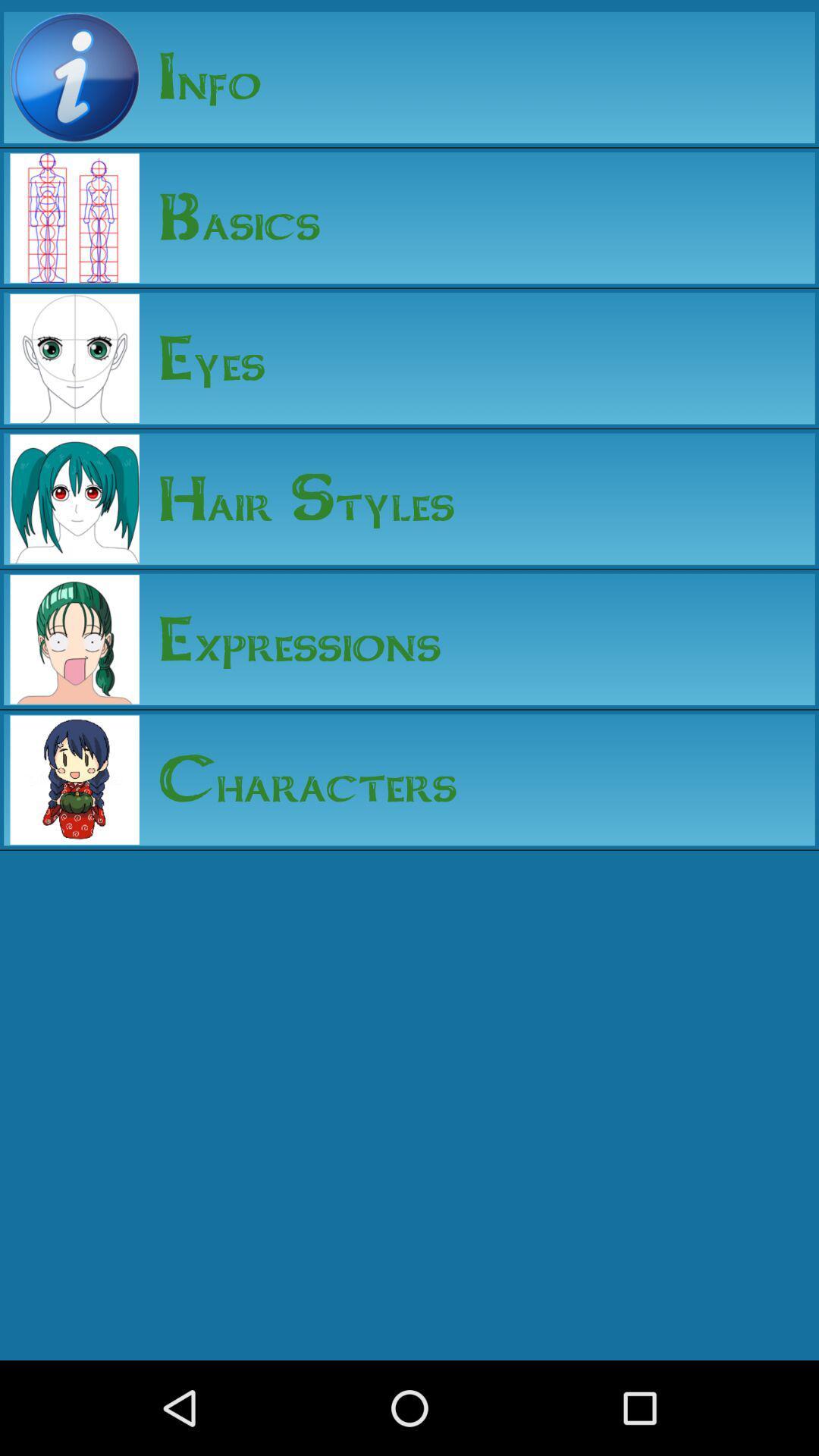 This screenshot has width=819, height=1456. Describe the element at coordinates (201, 357) in the screenshot. I see `the eyes app` at that location.